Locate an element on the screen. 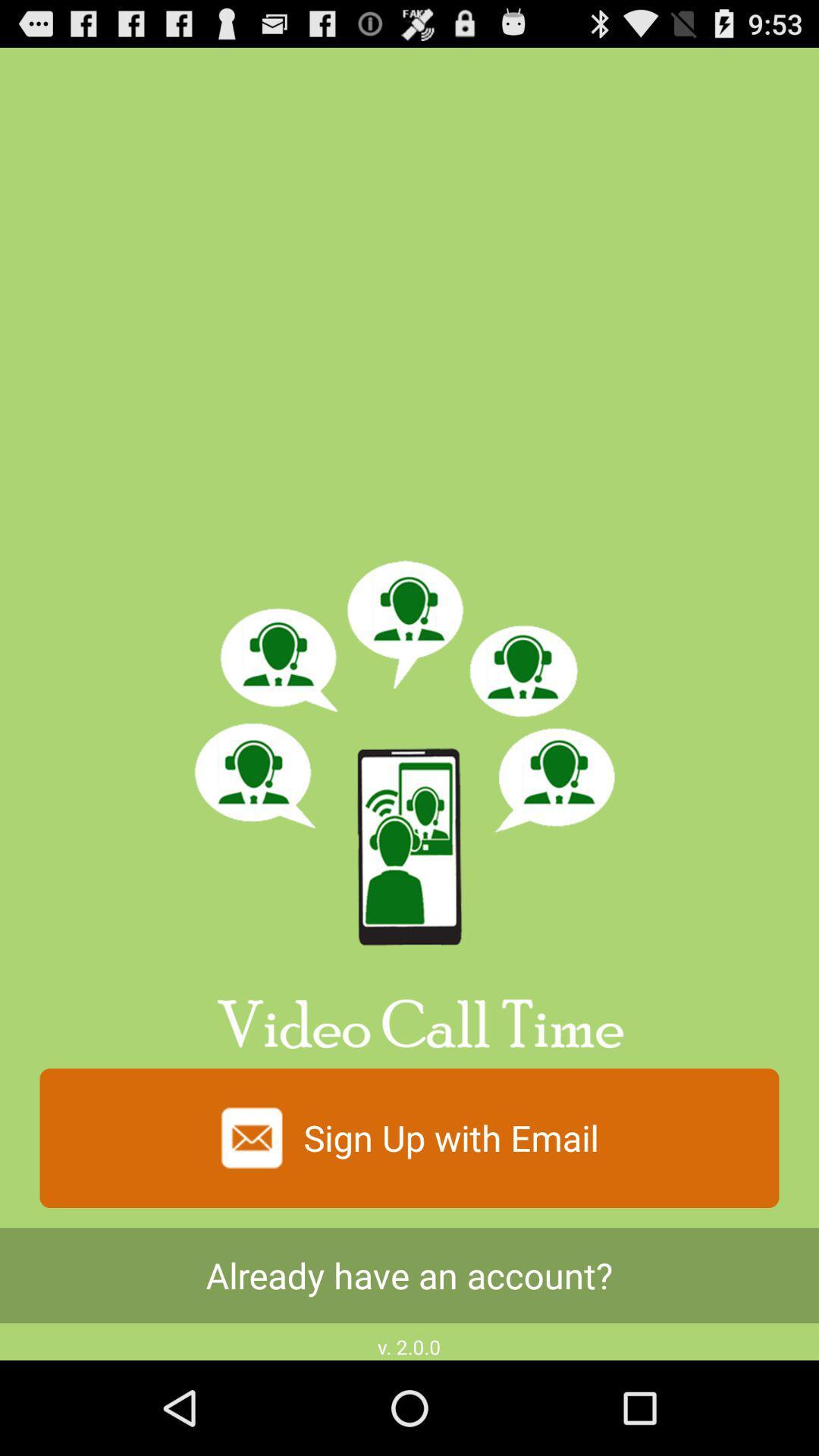 This screenshot has width=819, height=1456. the already have an icon is located at coordinates (409, 1275).